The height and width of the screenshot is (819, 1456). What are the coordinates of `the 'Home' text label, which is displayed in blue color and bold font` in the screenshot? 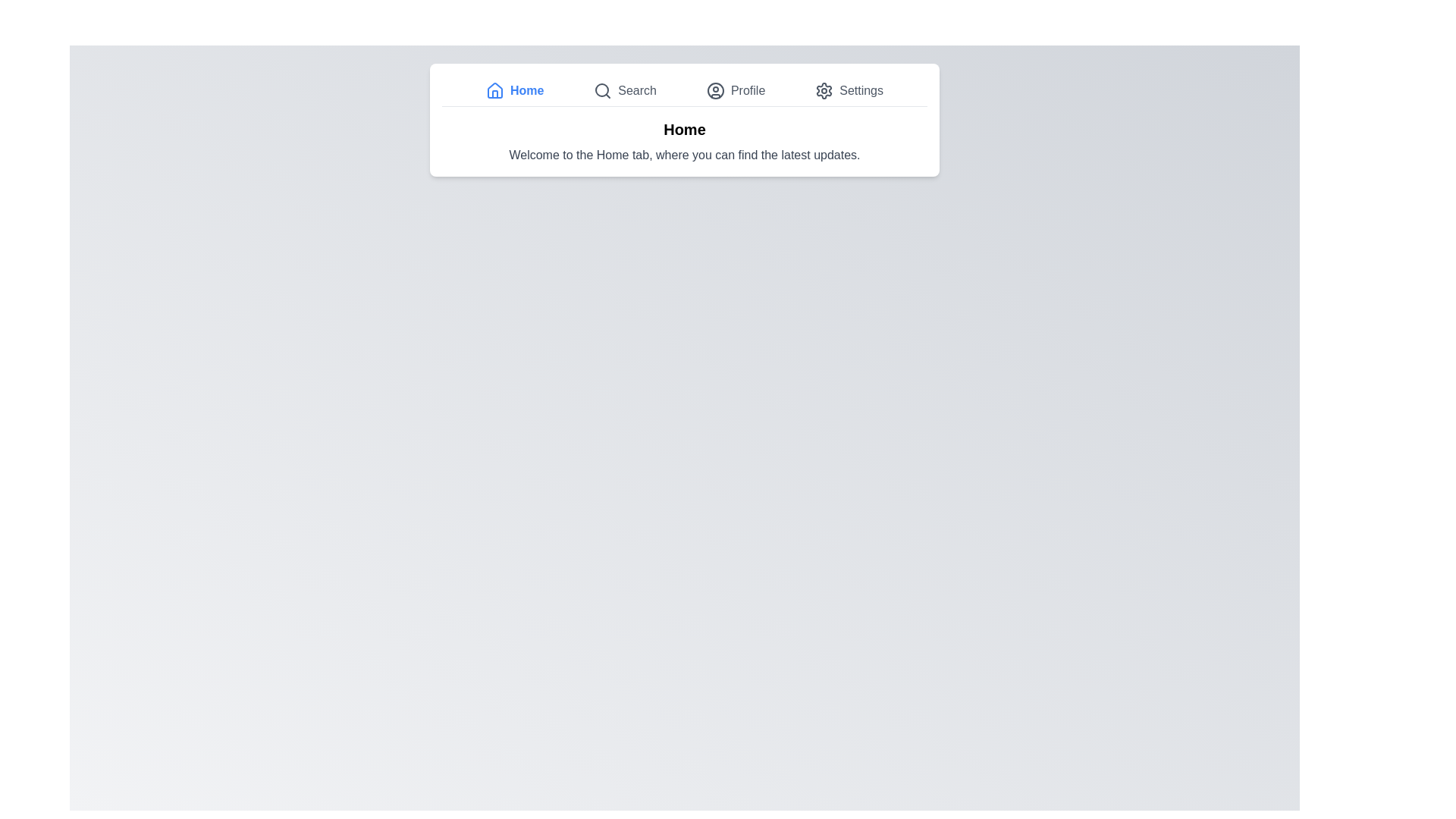 It's located at (527, 90).